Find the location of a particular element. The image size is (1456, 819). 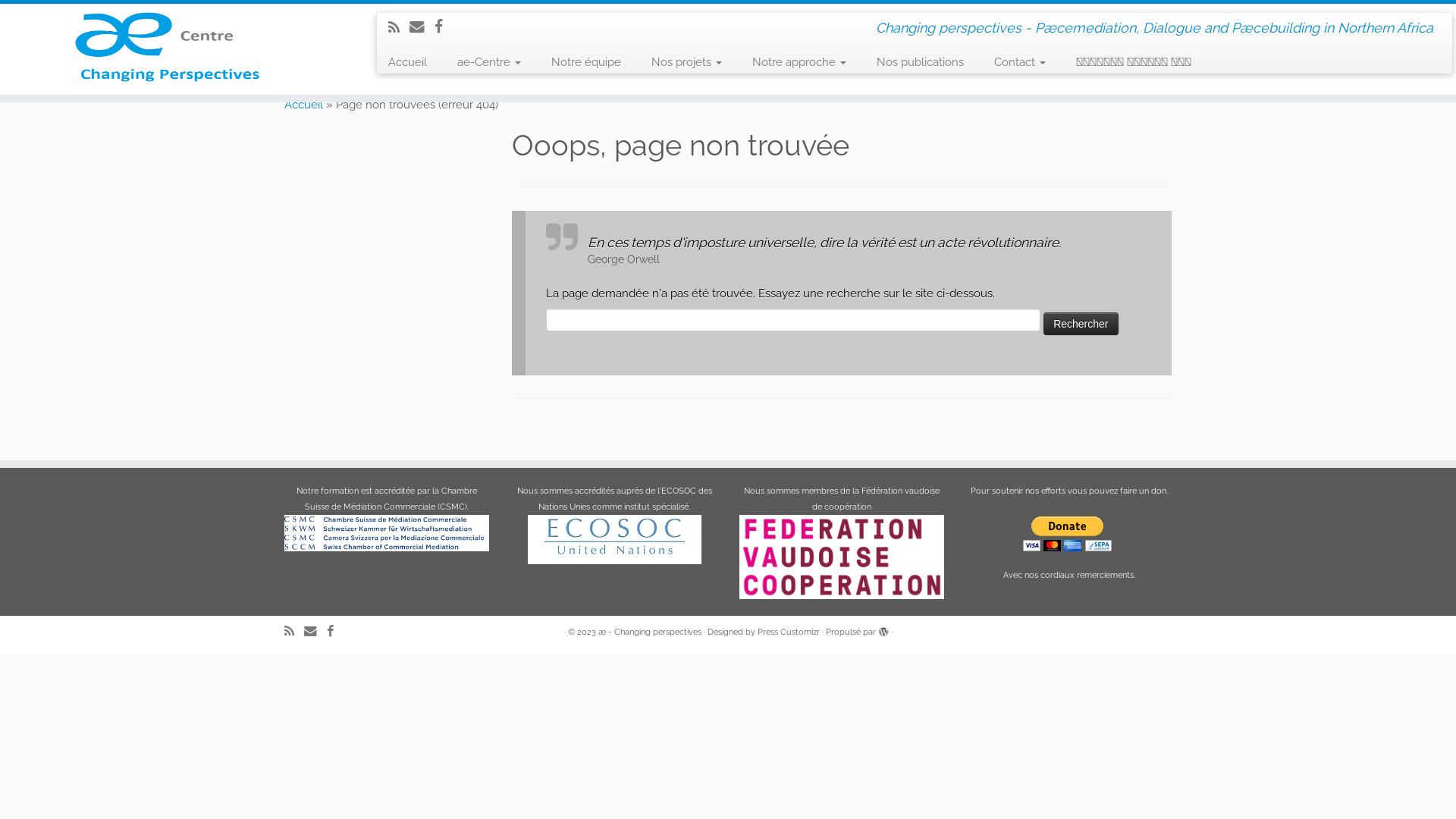

'Notre approche' is located at coordinates (799, 61).